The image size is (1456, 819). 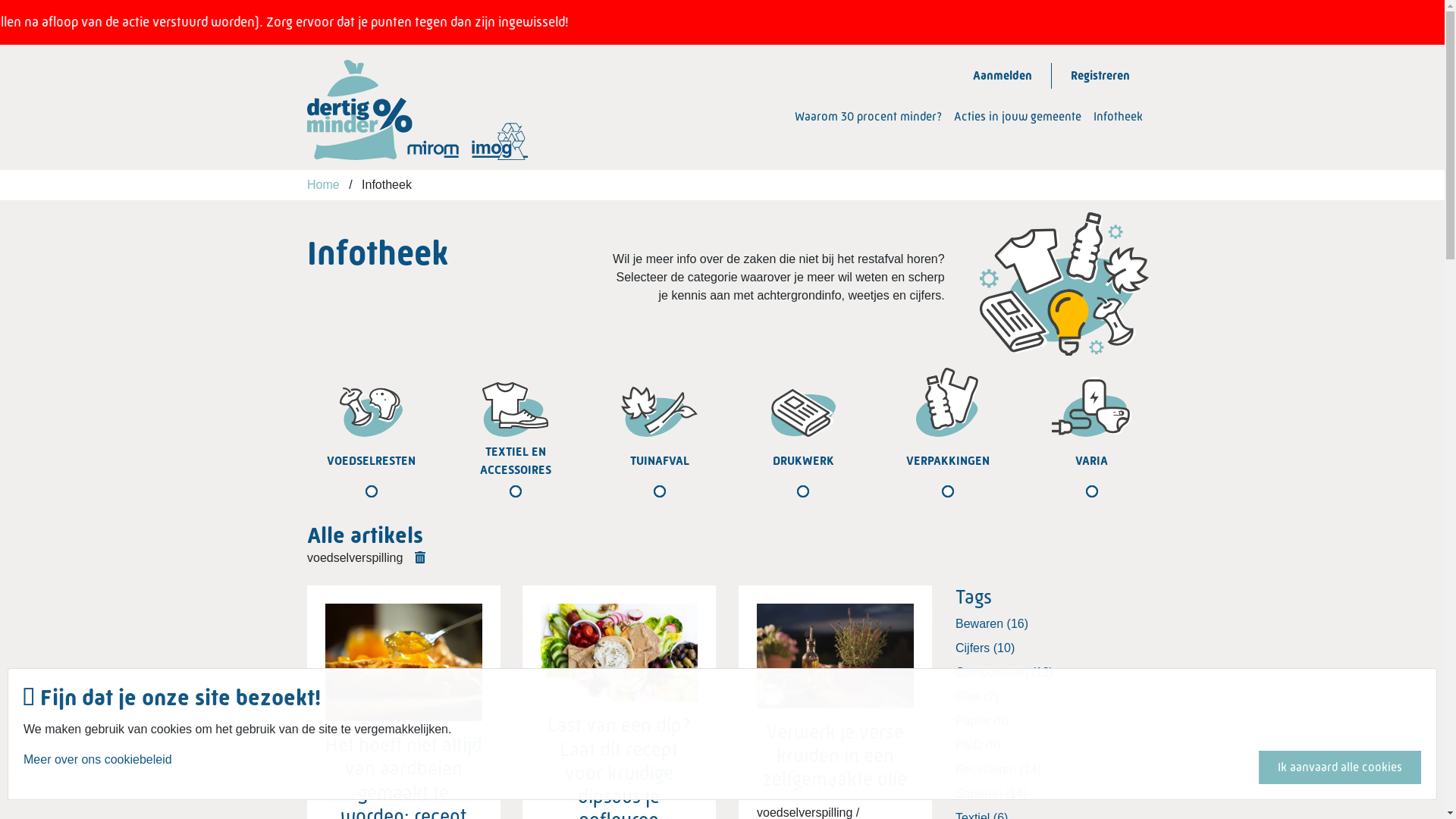 I want to click on 'Recycleren (14)', so click(x=1051, y=769).